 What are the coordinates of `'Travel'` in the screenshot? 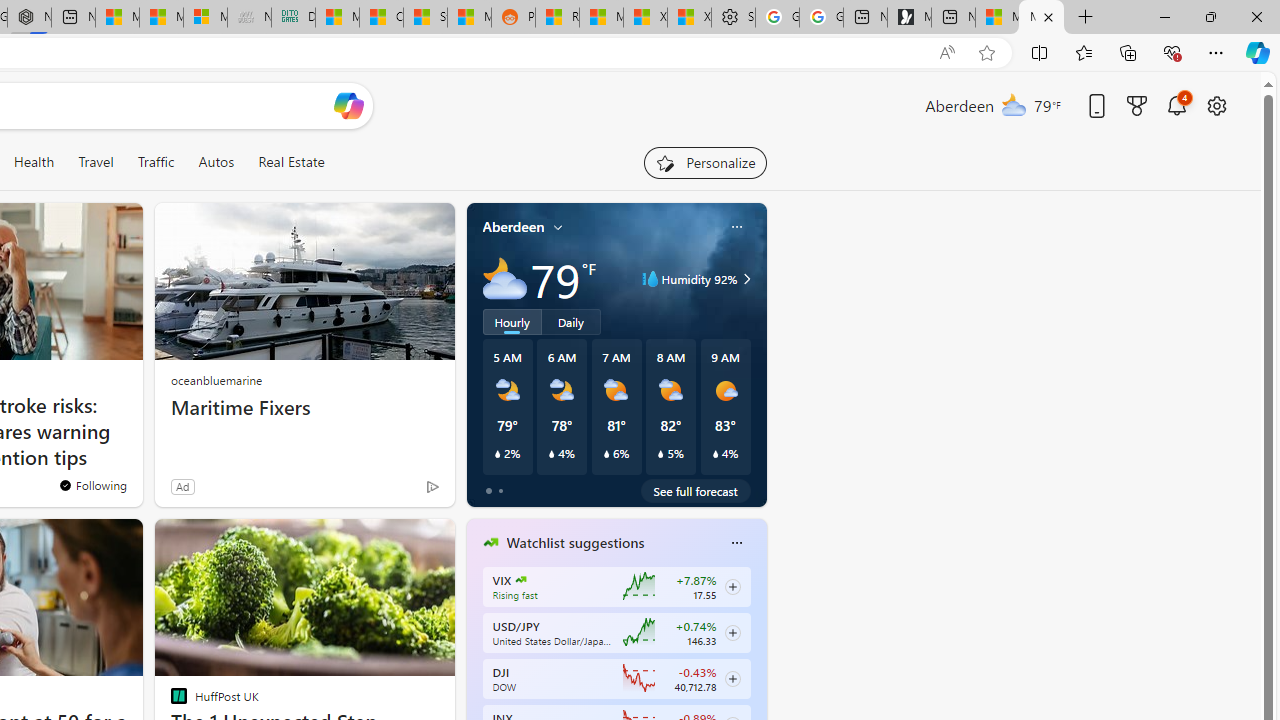 It's located at (95, 161).